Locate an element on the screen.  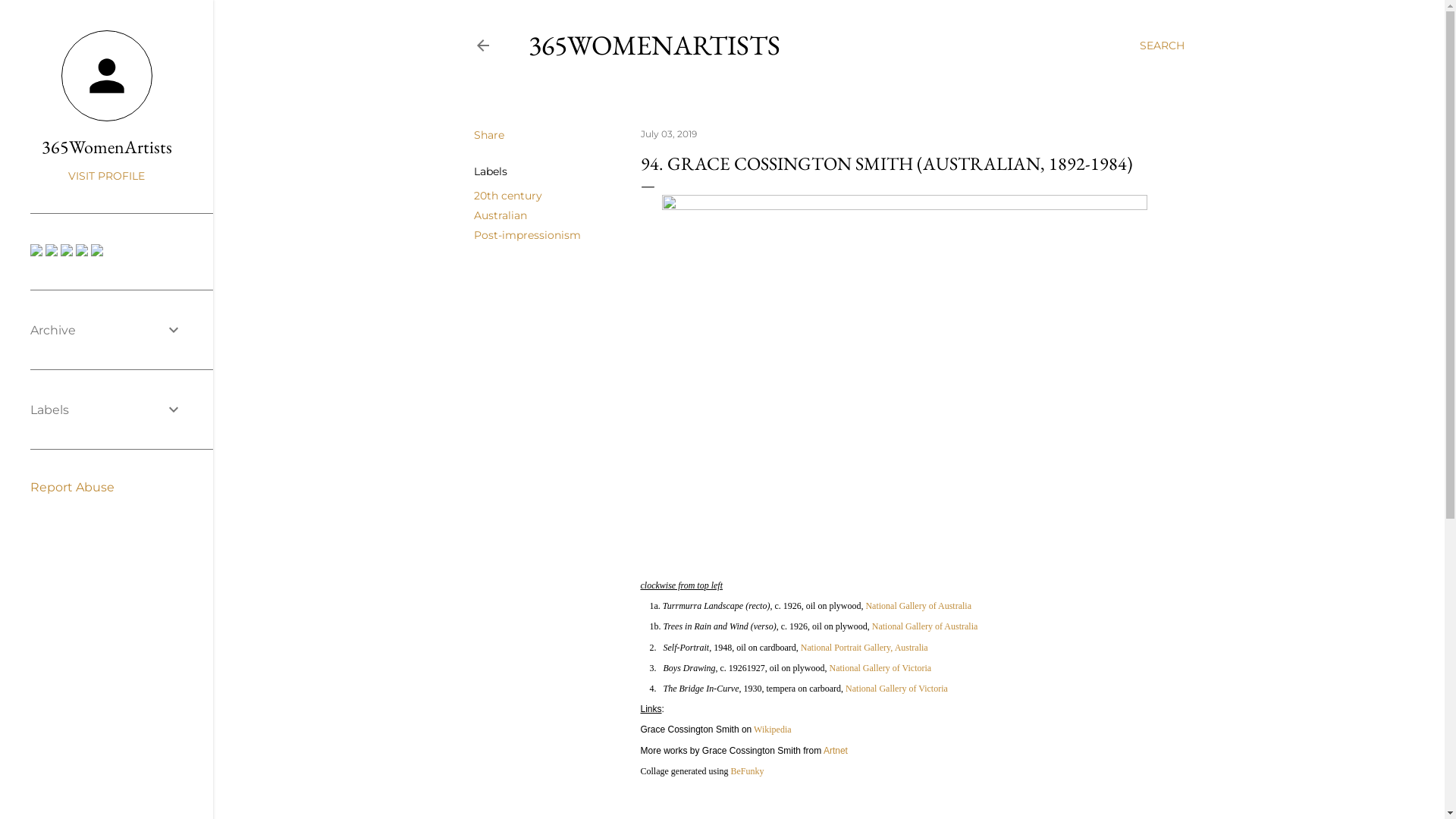
'National Gallery of Australia' is located at coordinates (872, 626).